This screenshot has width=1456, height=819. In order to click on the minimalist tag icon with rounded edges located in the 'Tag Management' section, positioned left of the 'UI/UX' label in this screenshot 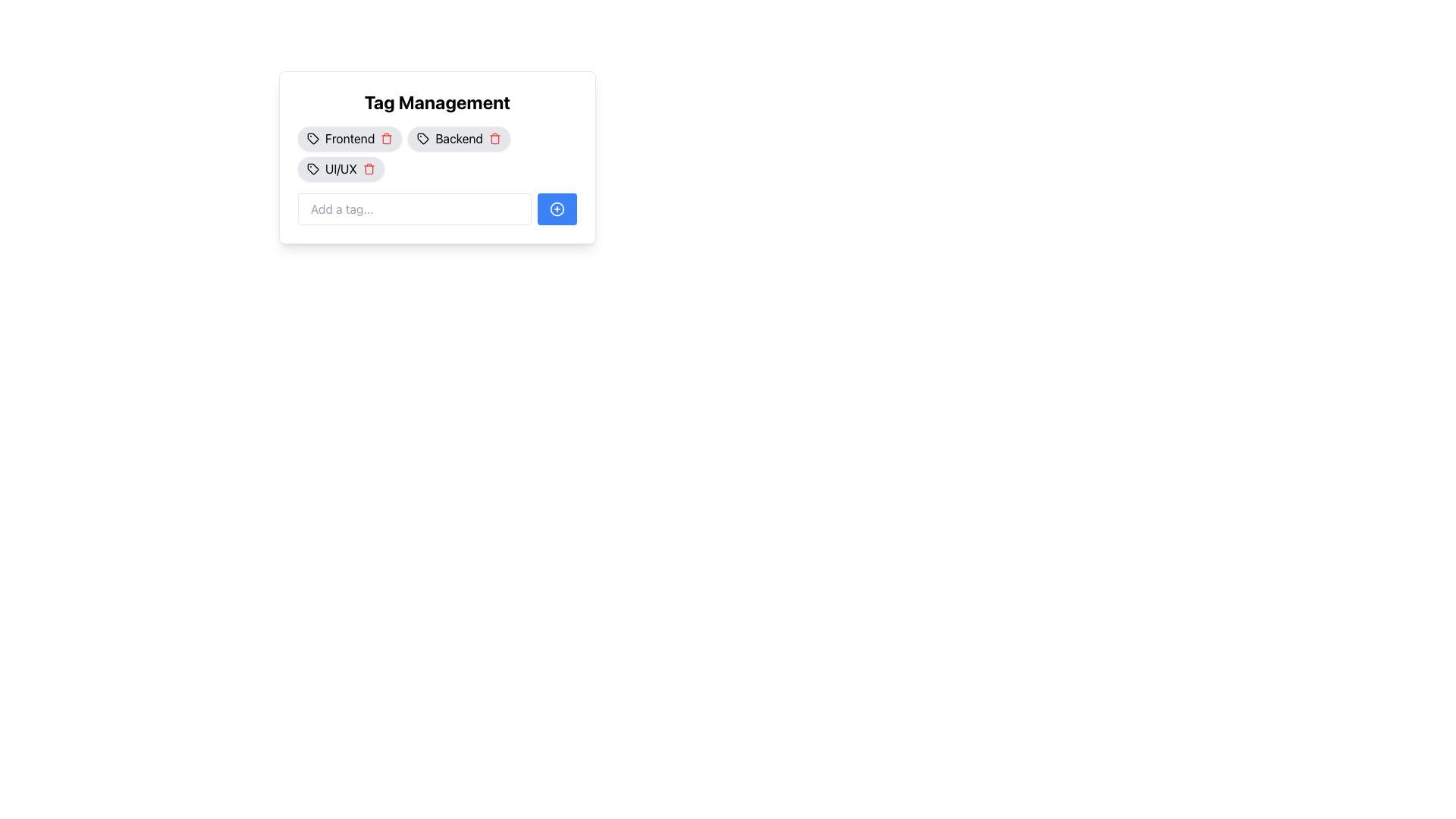, I will do `click(312, 169)`.